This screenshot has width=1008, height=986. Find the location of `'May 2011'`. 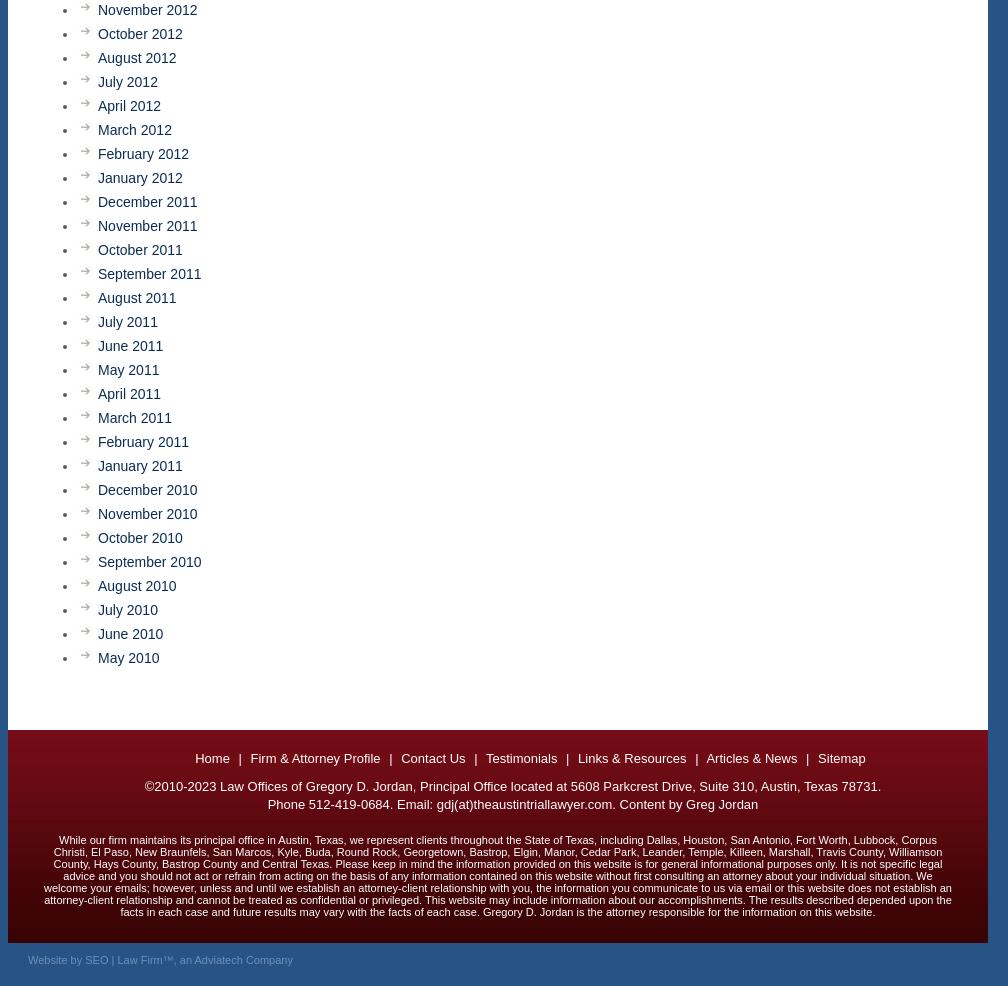

'May 2011' is located at coordinates (128, 369).